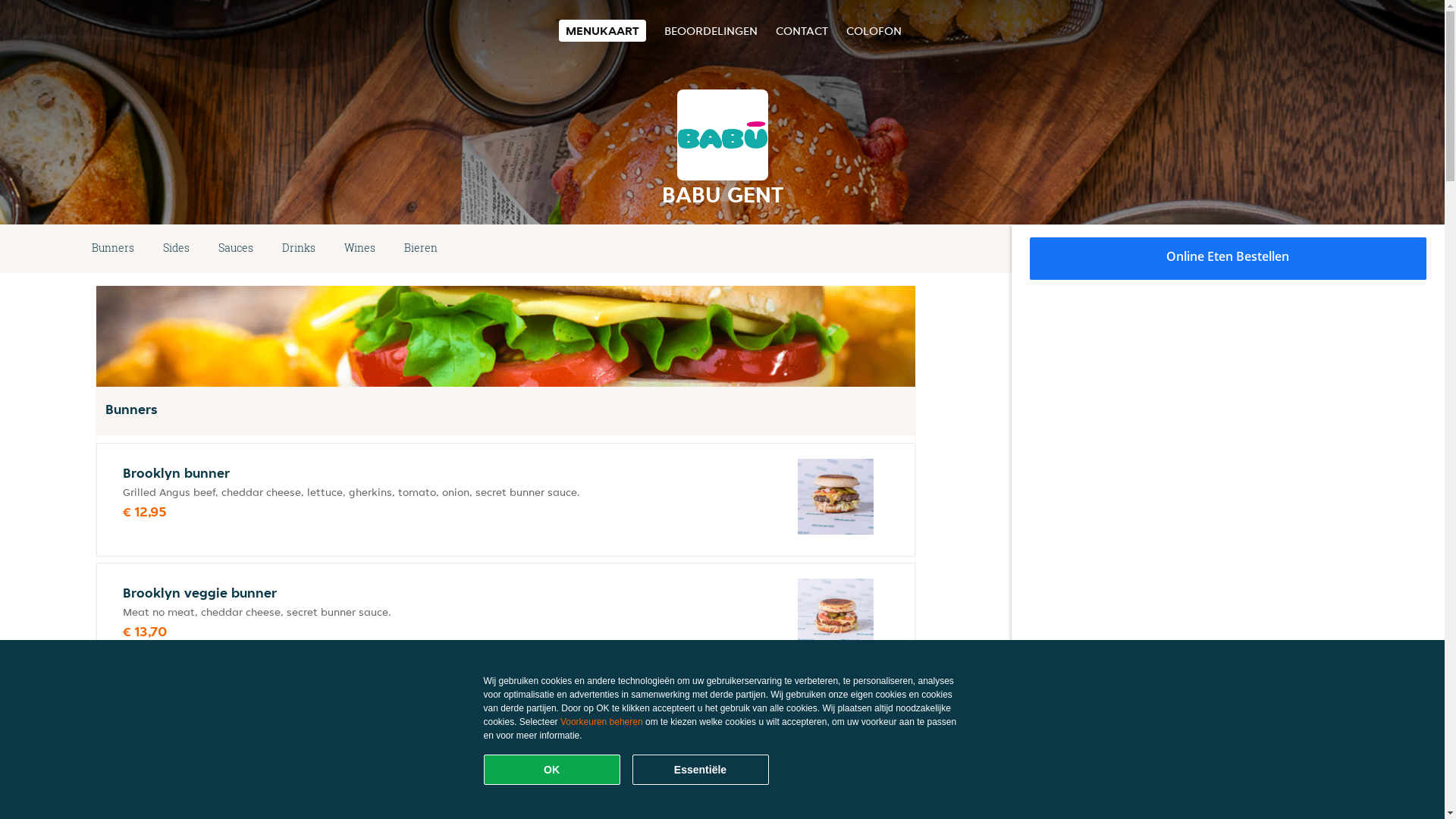  What do you see at coordinates (176, 247) in the screenshot?
I see `'Sides'` at bounding box center [176, 247].